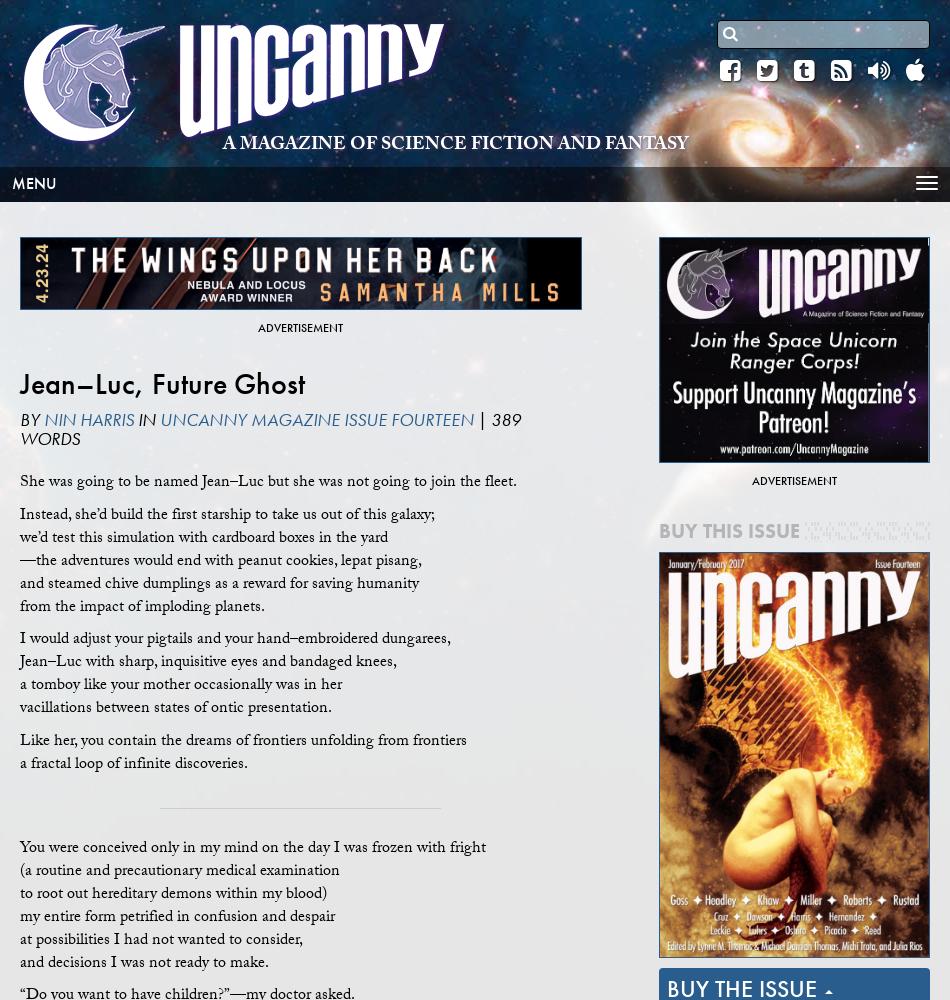 The height and width of the screenshot is (1000, 950). Describe the element at coordinates (174, 707) in the screenshot. I see `'vacillations between states of ontic presentation.'` at that location.